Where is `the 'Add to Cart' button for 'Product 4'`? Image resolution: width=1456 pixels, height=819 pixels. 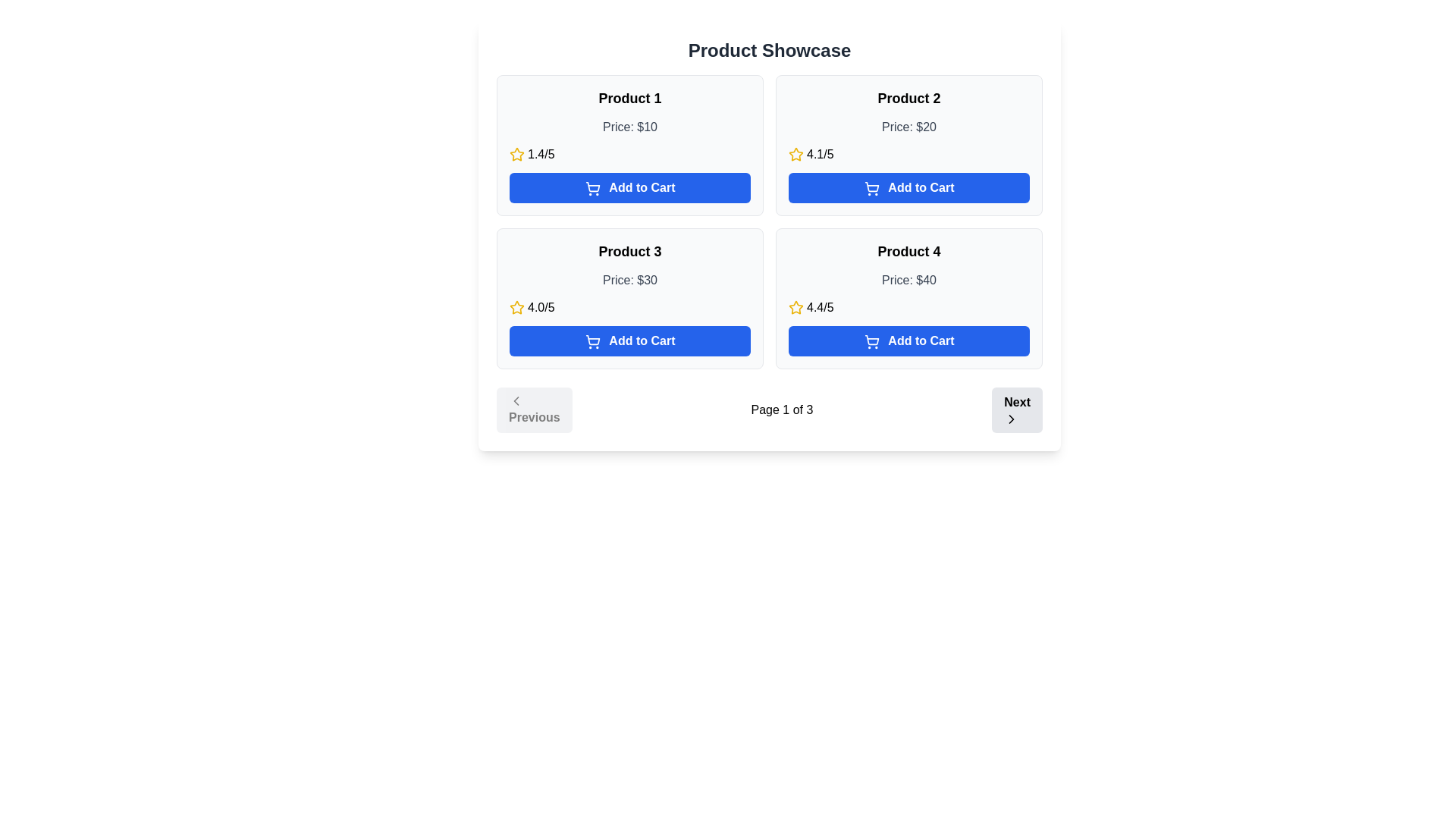
the 'Add to Cart' button for 'Product 4' is located at coordinates (871, 341).